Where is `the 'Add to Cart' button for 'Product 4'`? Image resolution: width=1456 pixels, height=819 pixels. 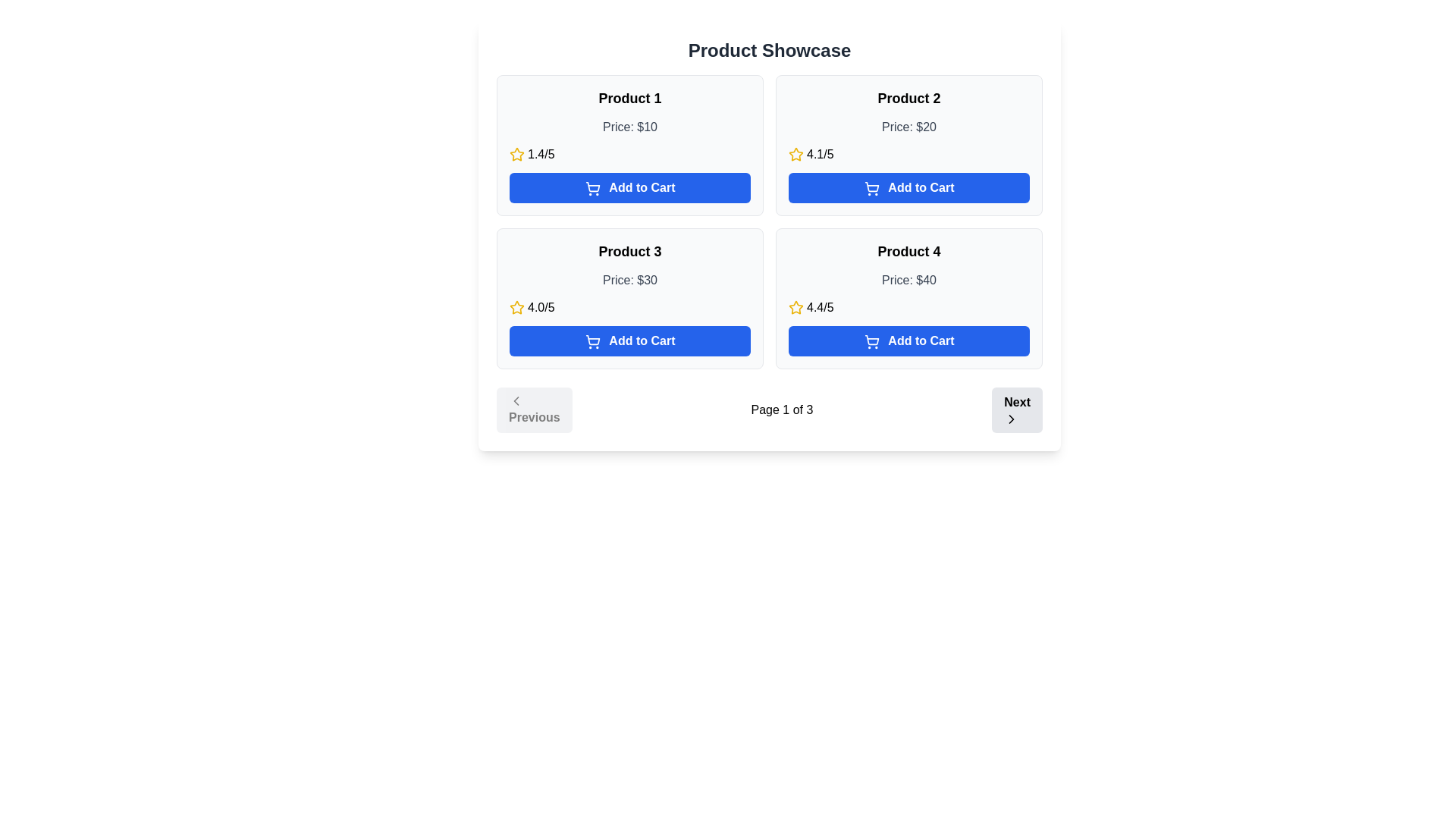
the 'Add to Cart' button for 'Product 4' is located at coordinates (871, 341).